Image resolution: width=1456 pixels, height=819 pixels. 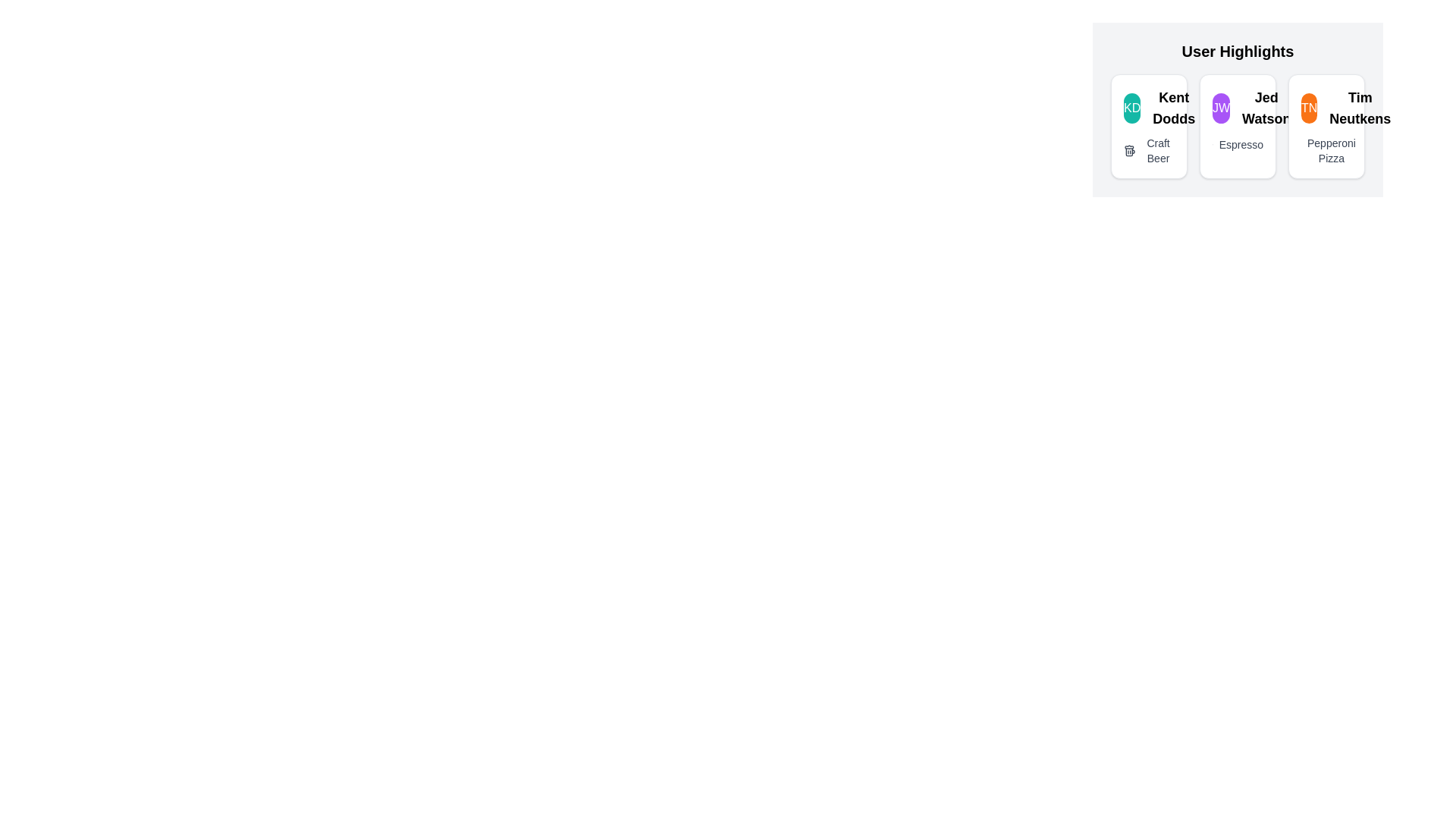 What do you see at coordinates (1238, 125) in the screenshot?
I see `the second Informative card in the grid under the 'User Highlights' section, which provides a visual summary representing an individual` at bounding box center [1238, 125].